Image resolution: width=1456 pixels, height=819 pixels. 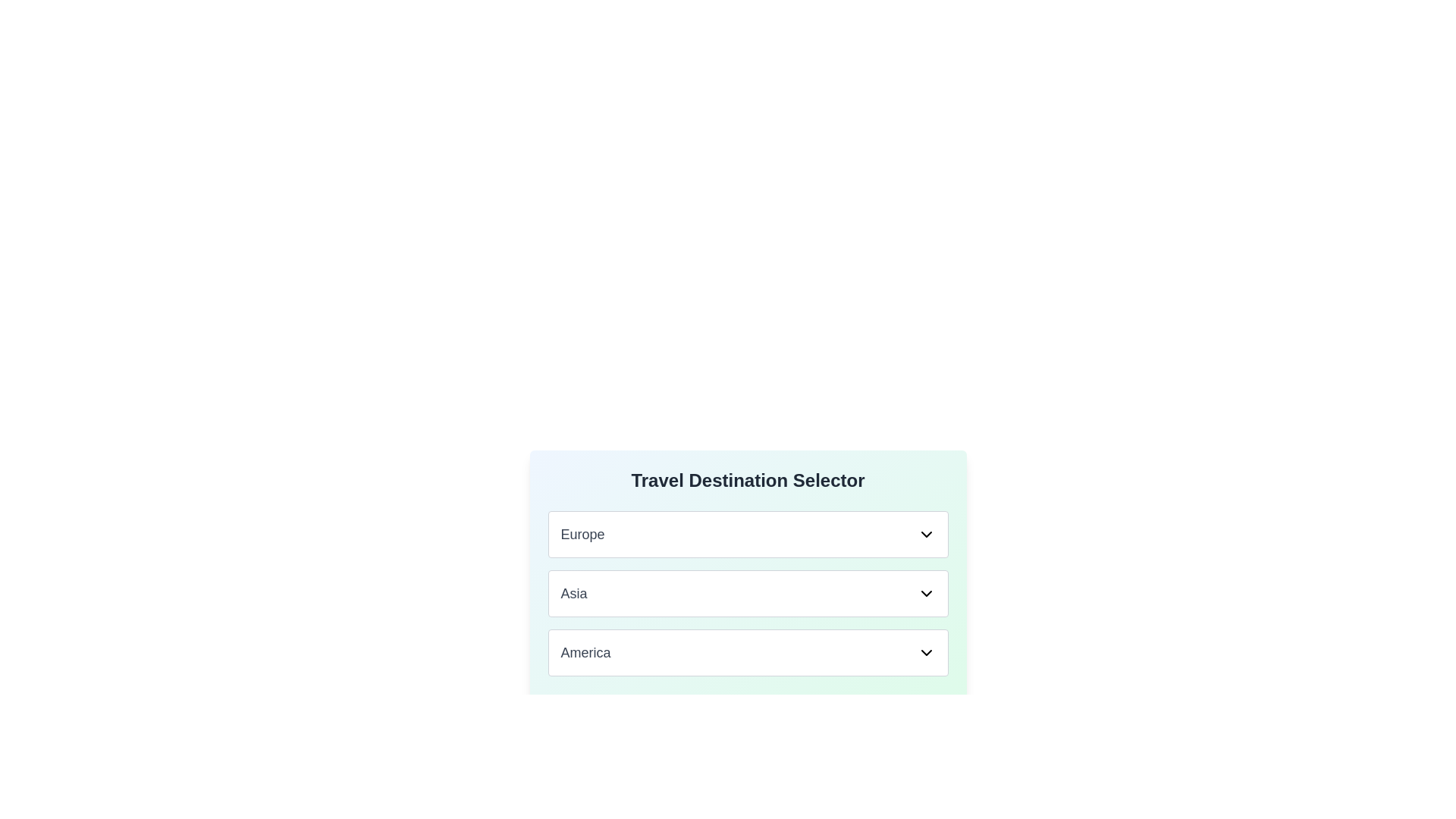 What do you see at coordinates (748, 593) in the screenshot?
I see `the dropdown option labeled 'Asia'` at bounding box center [748, 593].